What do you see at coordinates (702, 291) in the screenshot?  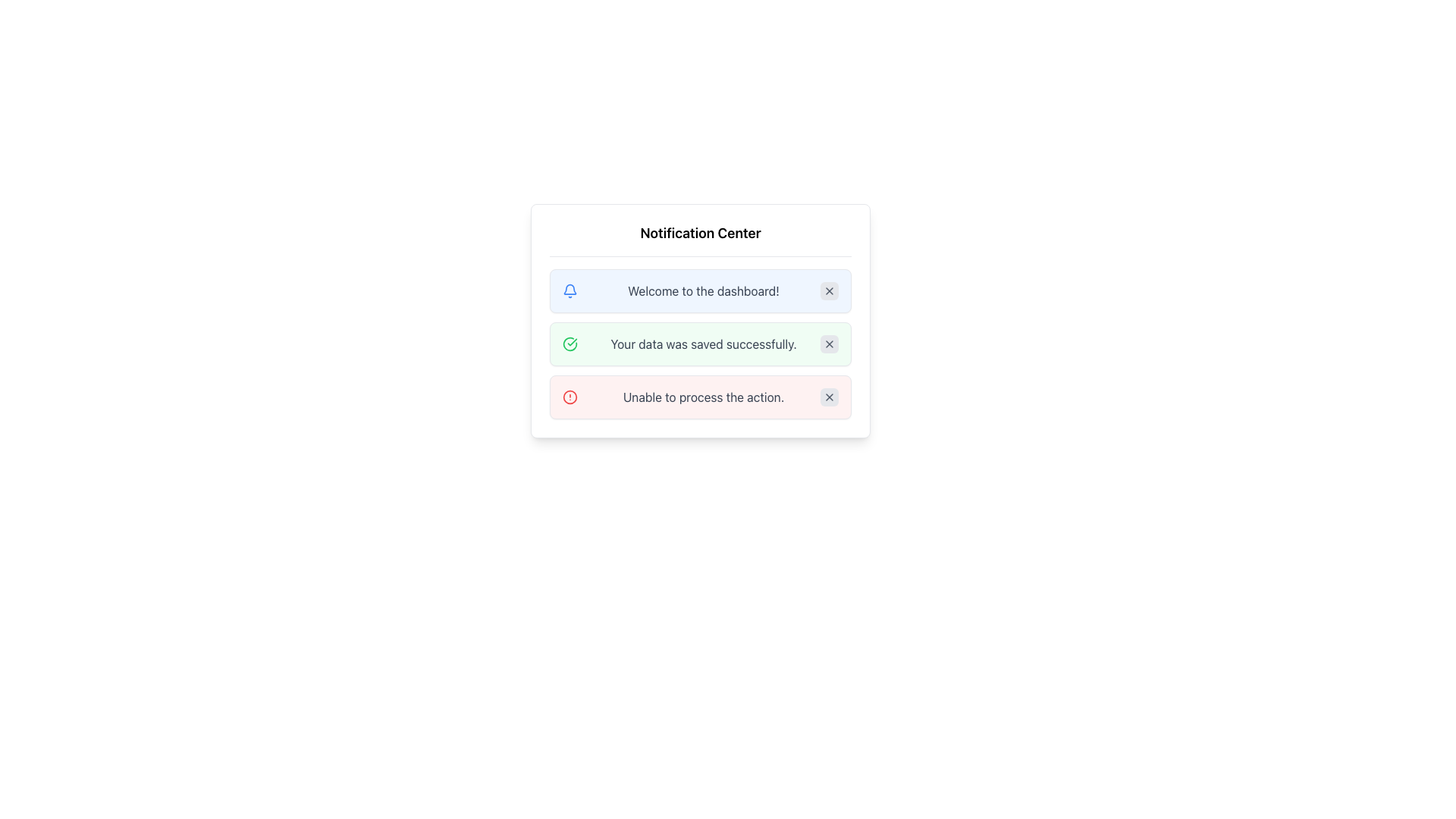 I see `the greeting Text Label located in the upper section of the notification component, which is centrally positioned between an icon on the left and a close button on the right` at bounding box center [702, 291].